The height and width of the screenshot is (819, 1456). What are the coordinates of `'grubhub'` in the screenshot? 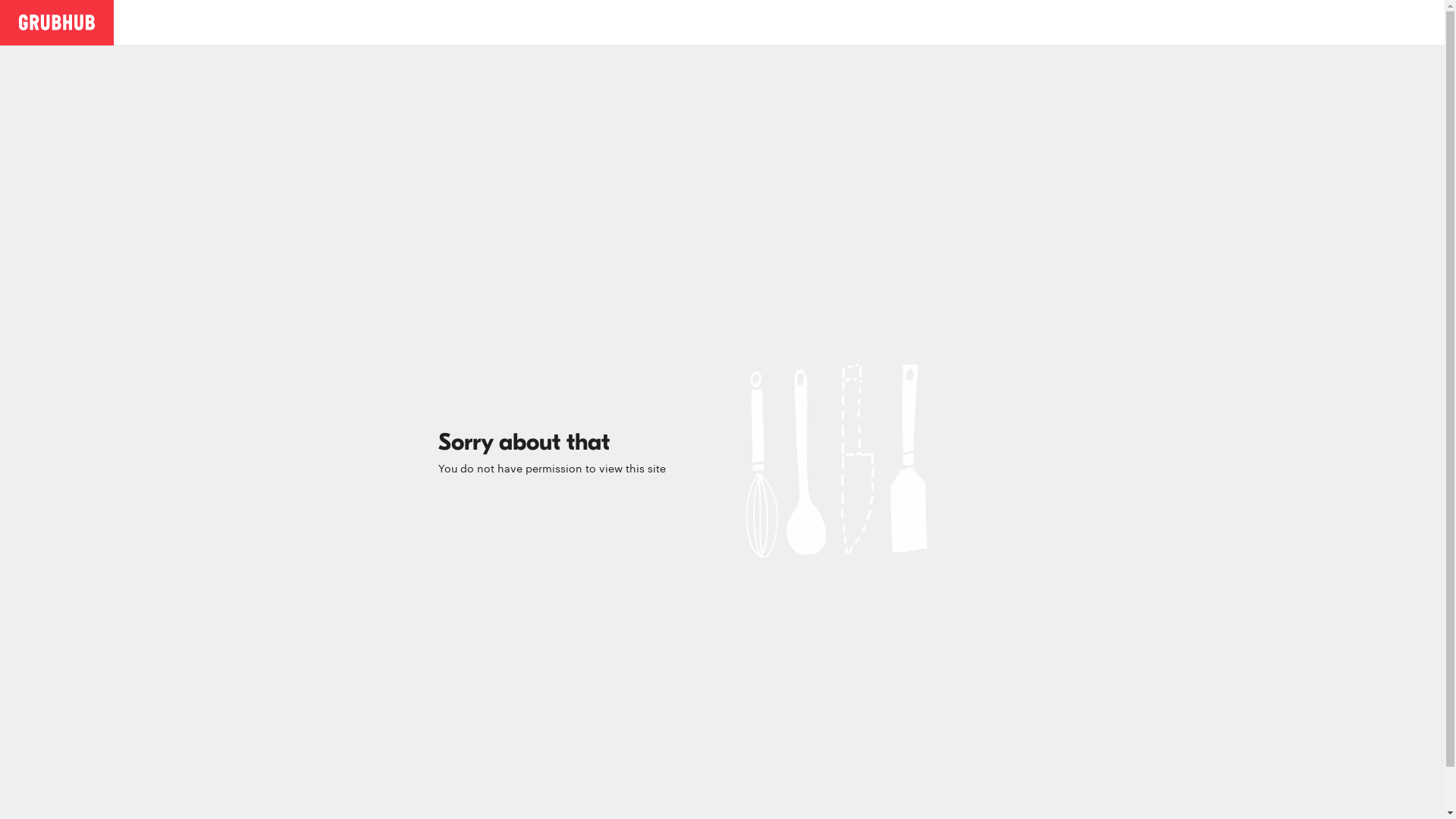 It's located at (18, 21).